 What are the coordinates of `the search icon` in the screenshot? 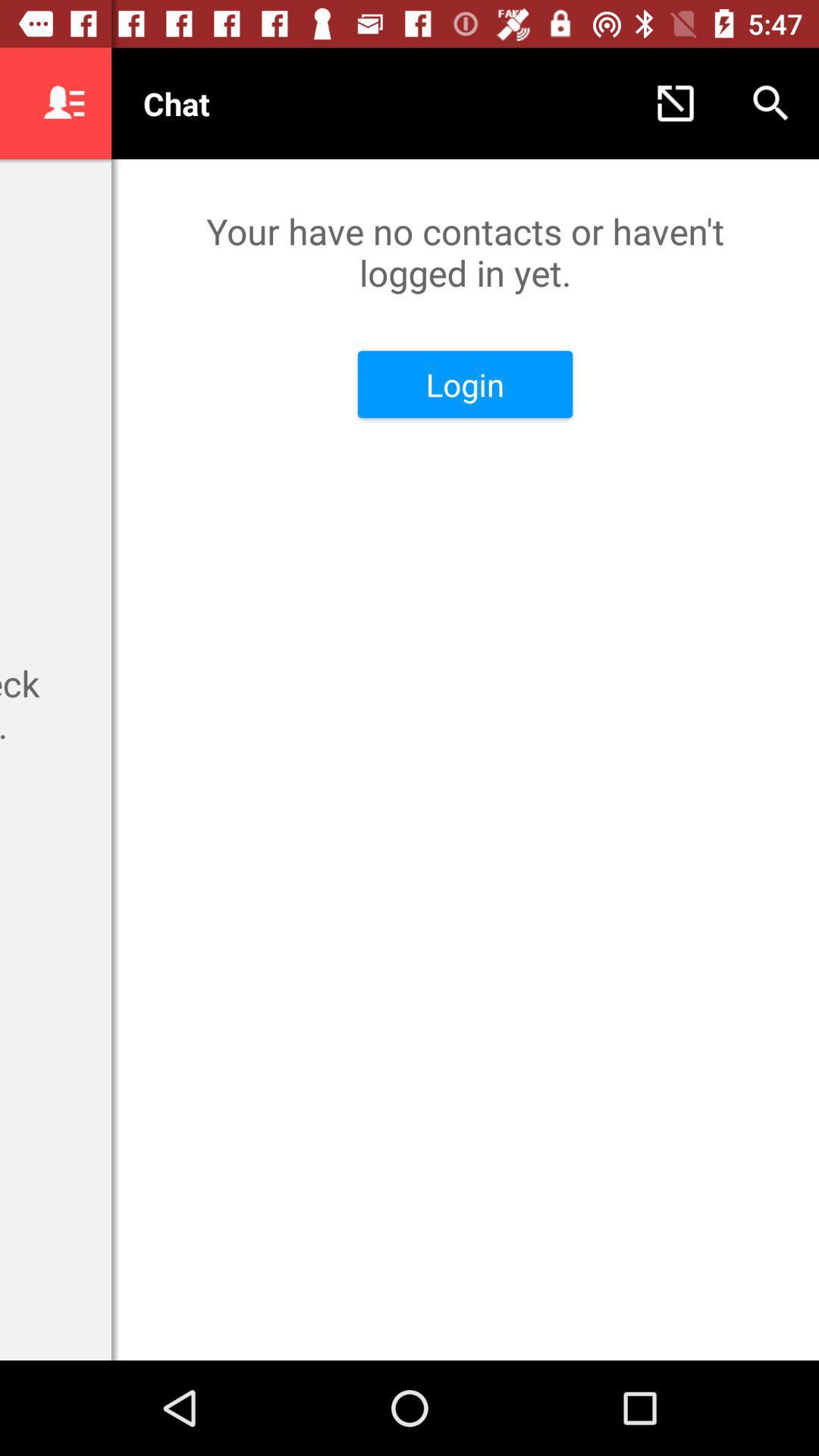 It's located at (771, 102).